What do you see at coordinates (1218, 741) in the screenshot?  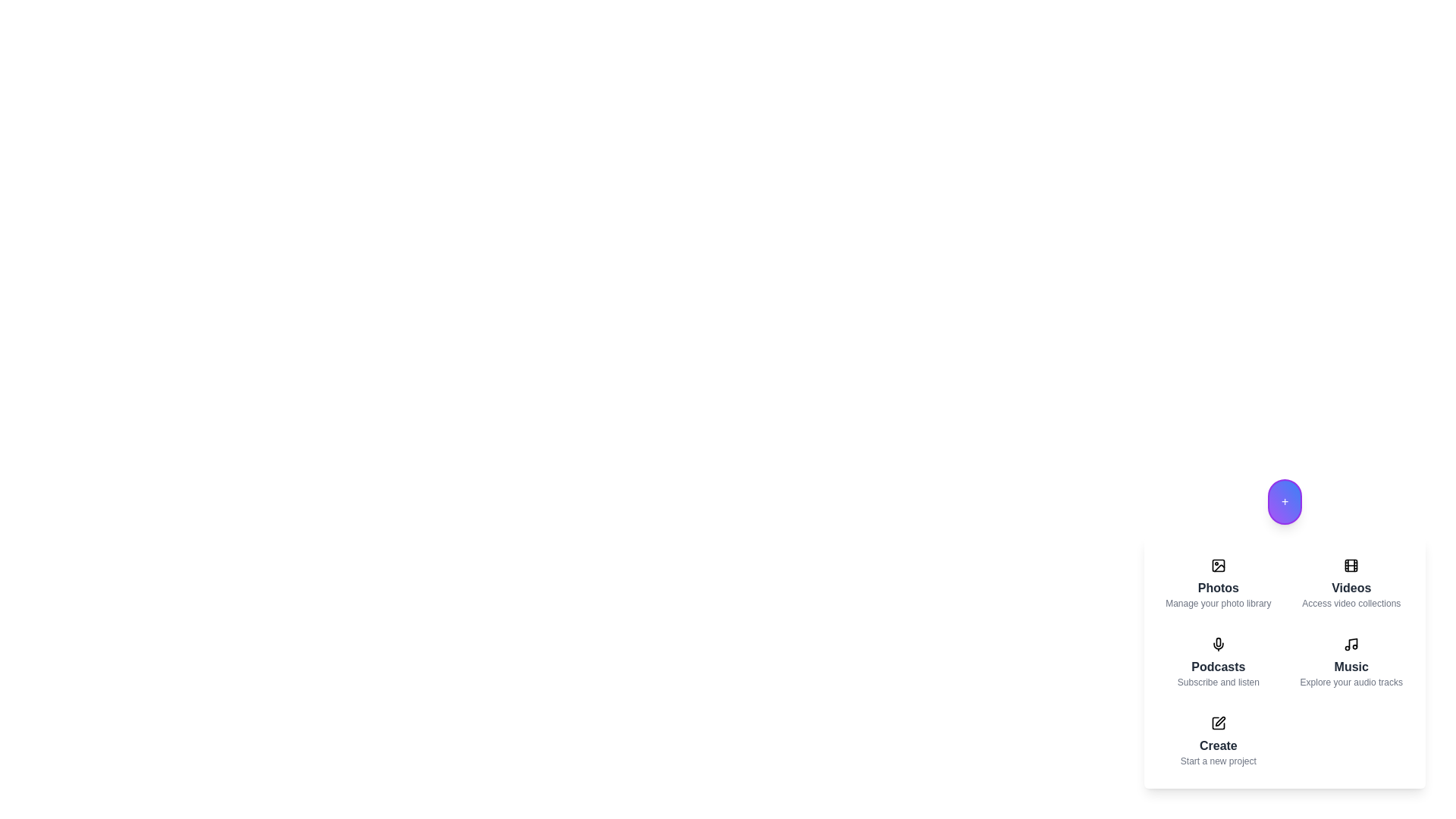 I see `the menu item labeled 'Create' to preview its description` at bounding box center [1218, 741].